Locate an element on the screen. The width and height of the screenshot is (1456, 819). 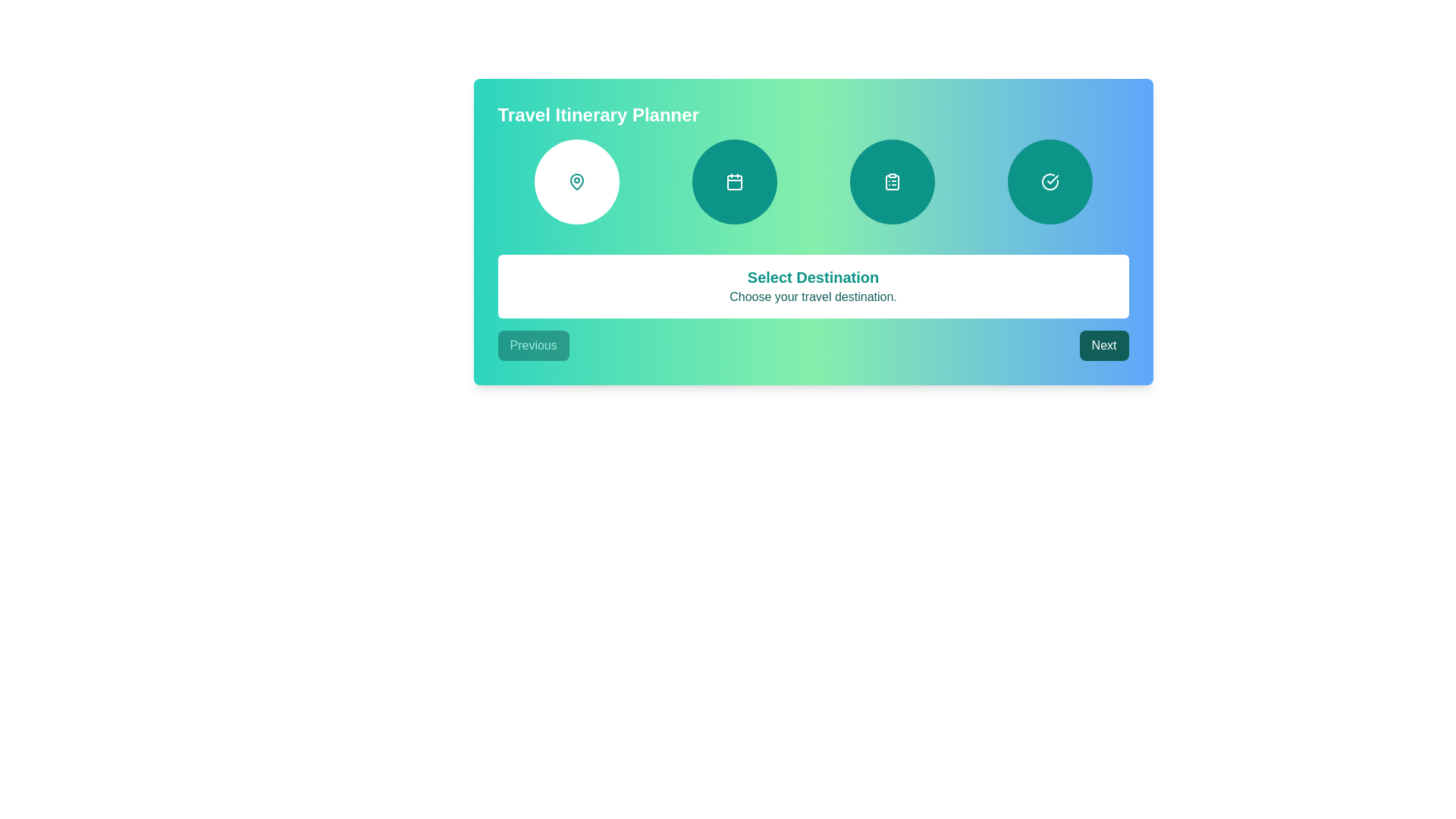
the third circle of the step indicator, which represents the current step in the workflow is located at coordinates (892, 180).